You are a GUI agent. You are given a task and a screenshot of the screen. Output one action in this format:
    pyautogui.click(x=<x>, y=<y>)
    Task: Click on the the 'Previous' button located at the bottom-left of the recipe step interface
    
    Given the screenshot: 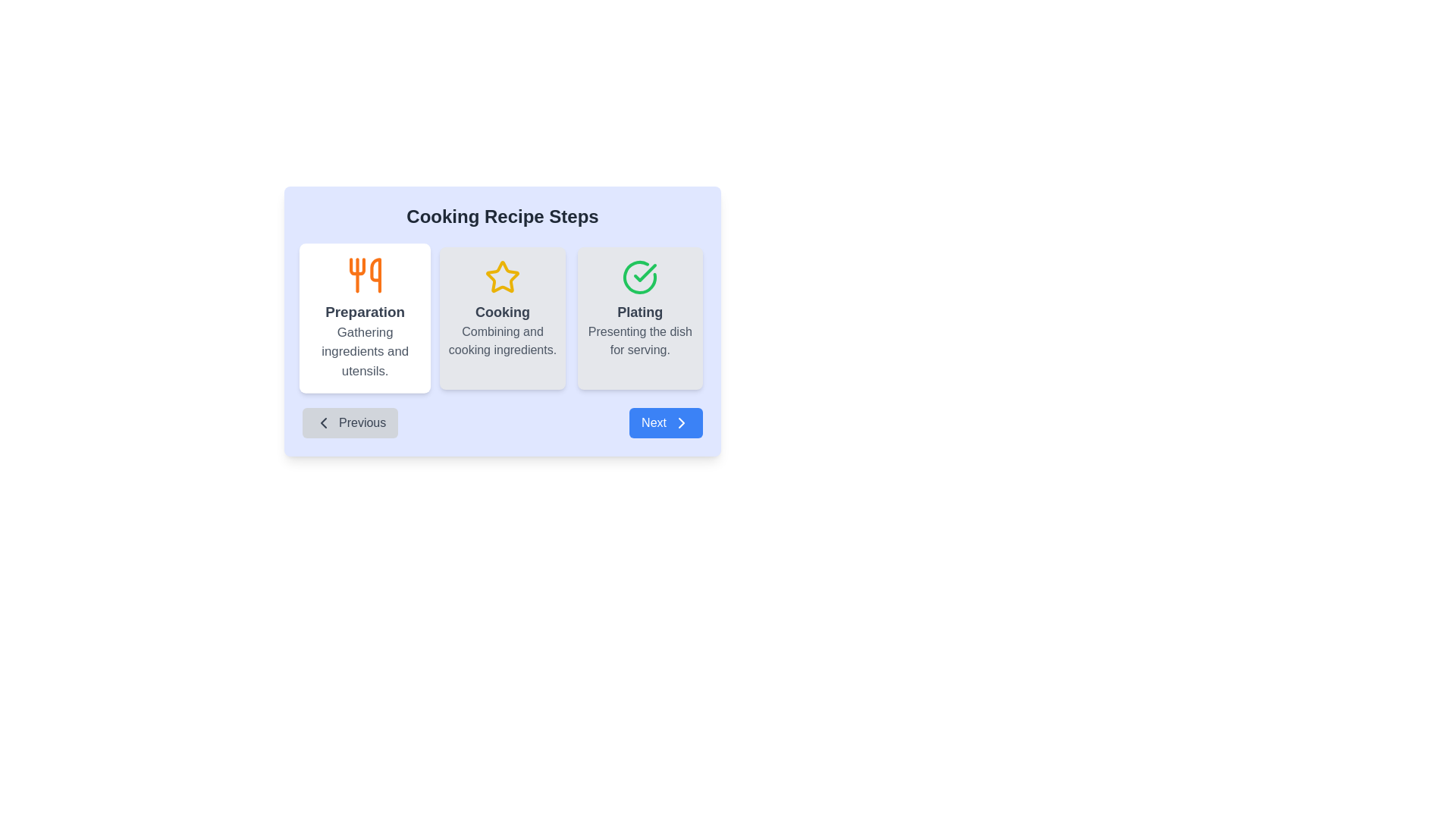 What is the action you would take?
    pyautogui.click(x=350, y=423)
    